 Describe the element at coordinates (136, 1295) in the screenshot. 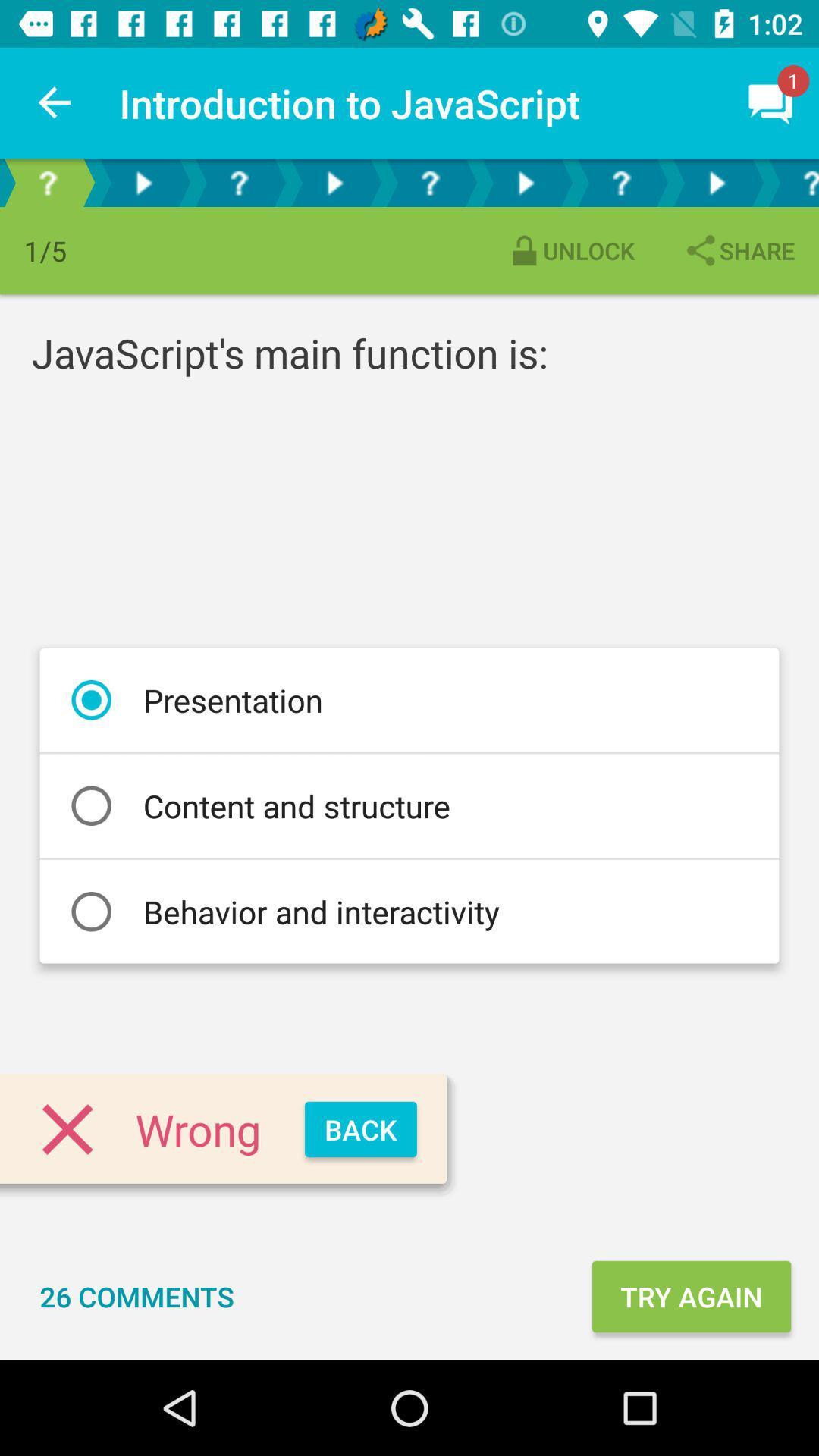

I see `26 comments item` at that location.